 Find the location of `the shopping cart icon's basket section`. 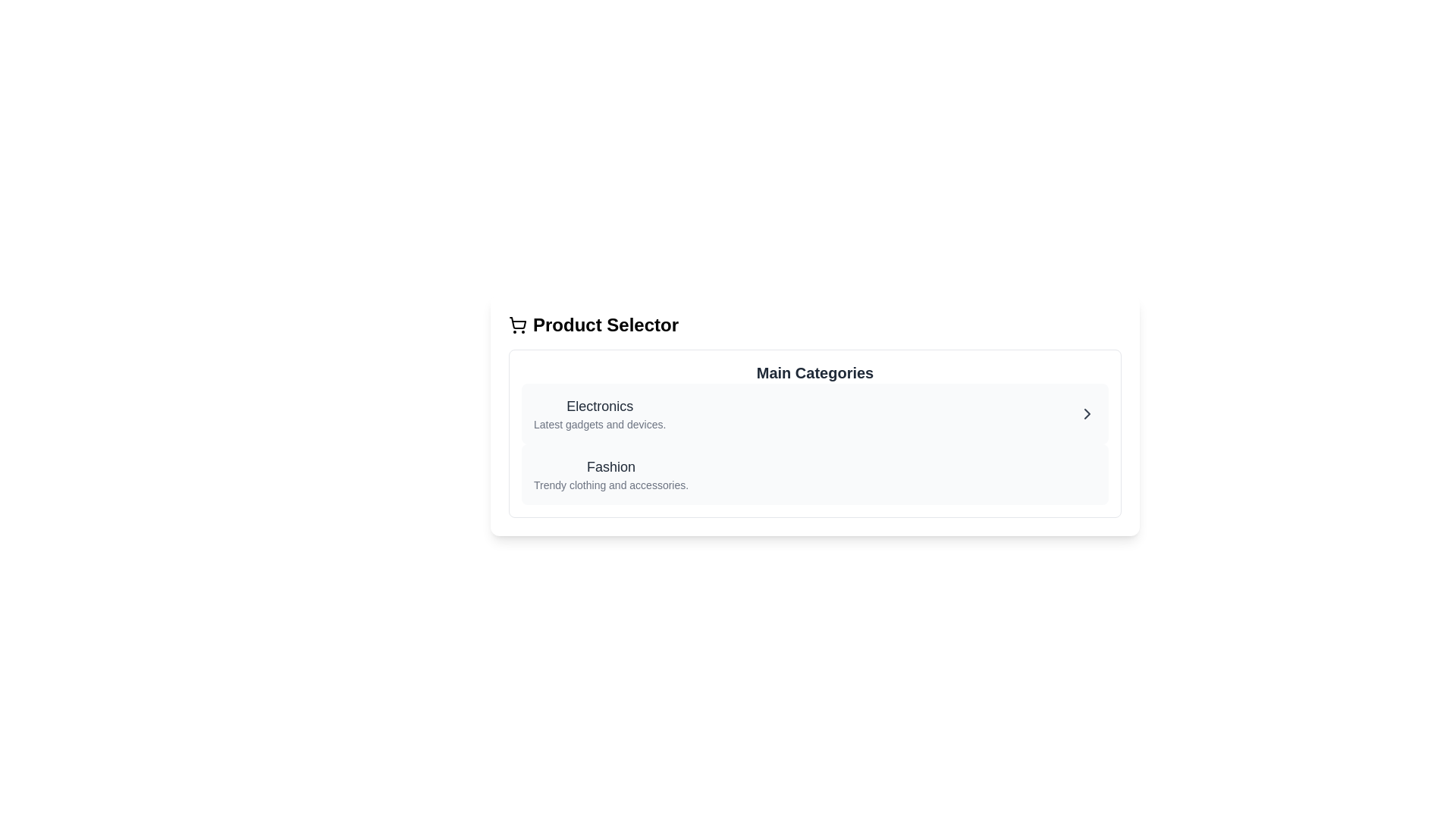

the shopping cart icon's basket section is located at coordinates (518, 322).